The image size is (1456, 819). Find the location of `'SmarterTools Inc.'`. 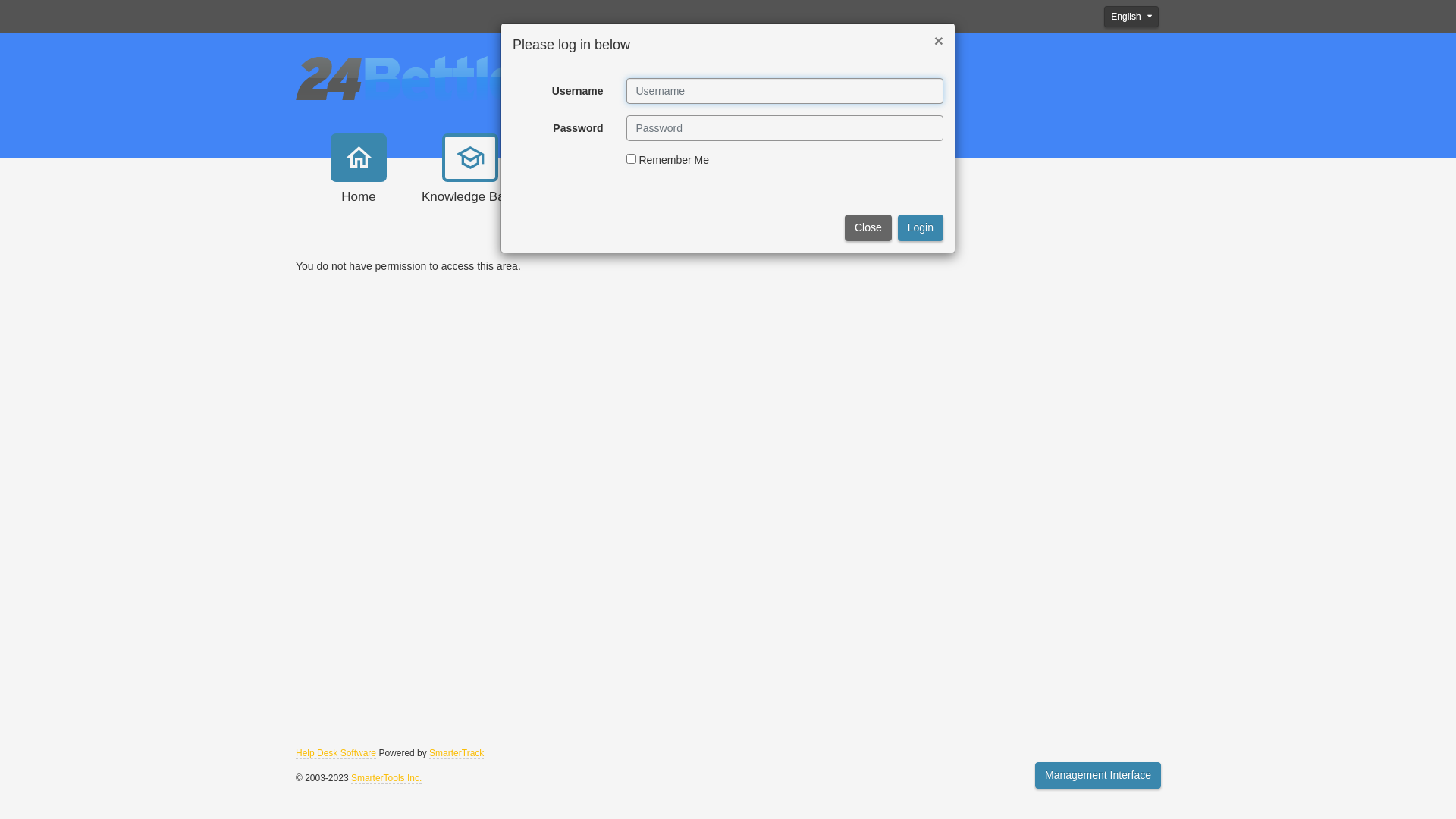

'SmarterTools Inc.' is located at coordinates (350, 778).